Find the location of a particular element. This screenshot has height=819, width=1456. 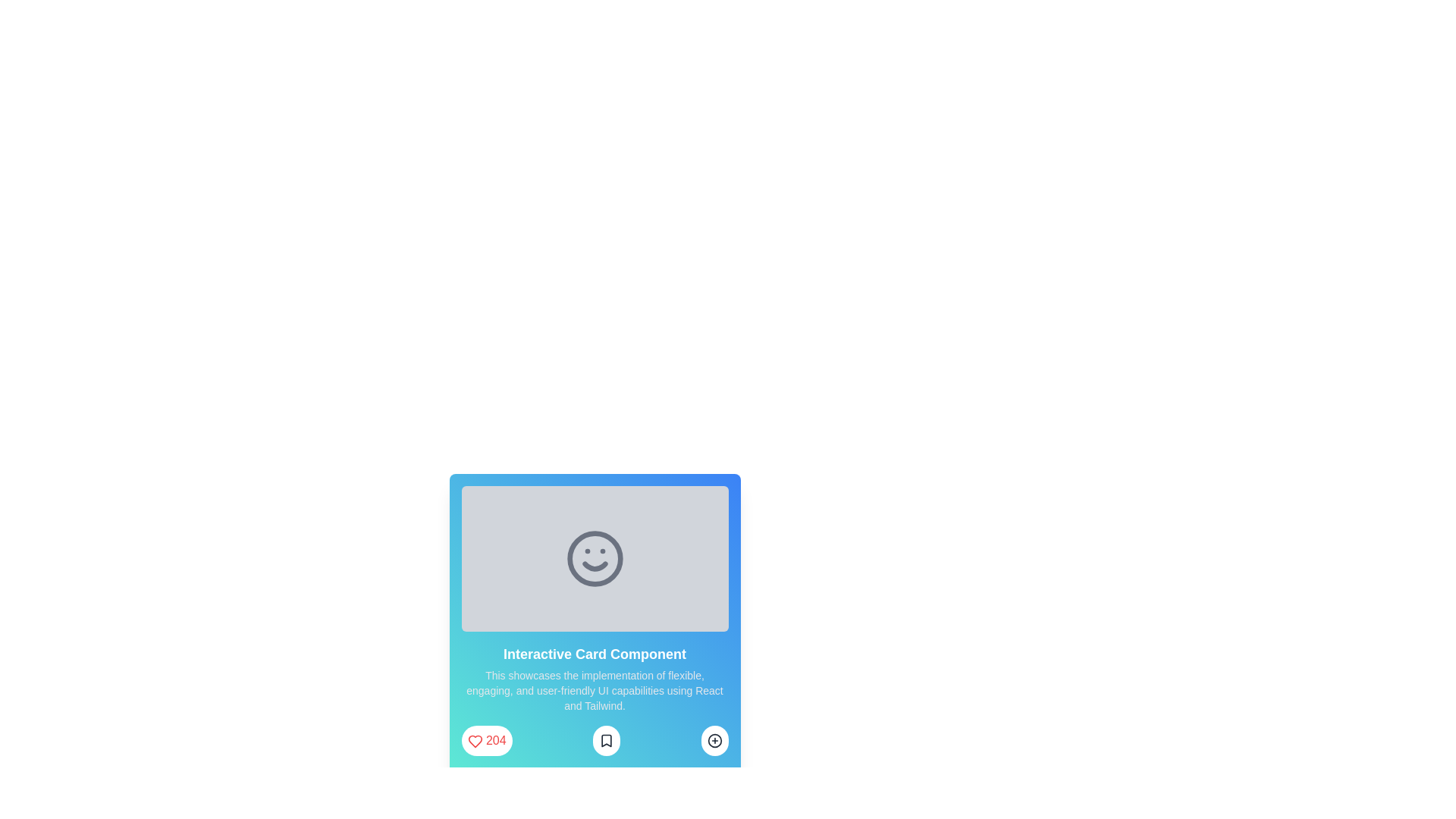

the like button located in the bottom left corner of the card component to express appreciation is located at coordinates (487, 739).